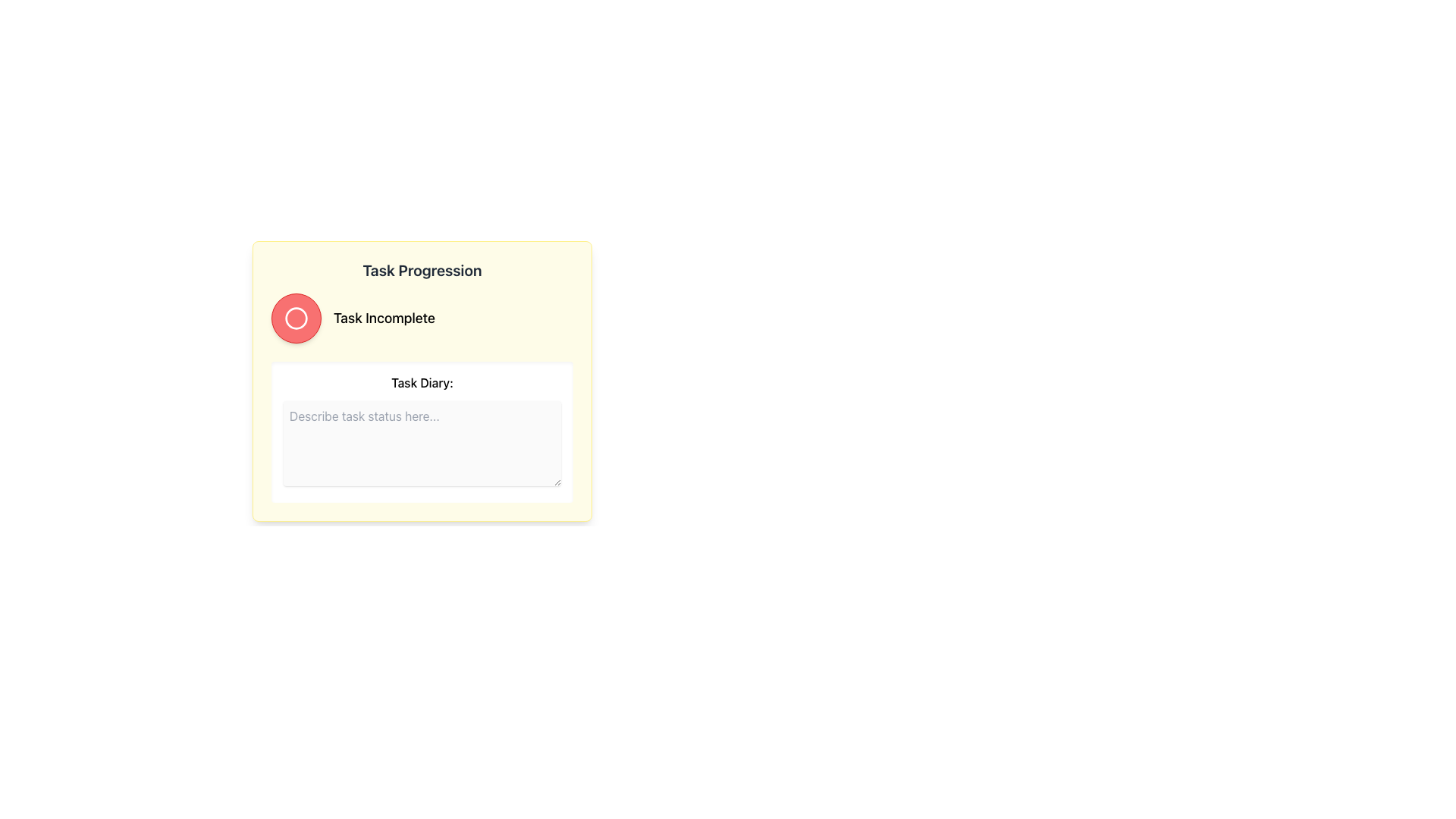 This screenshot has height=819, width=1456. Describe the element at coordinates (384, 318) in the screenshot. I see `the text element displaying 'Task Incomplete', which is styled in a large, bold font and positioned to the right of a circular red icon in the task progress section` at that location.